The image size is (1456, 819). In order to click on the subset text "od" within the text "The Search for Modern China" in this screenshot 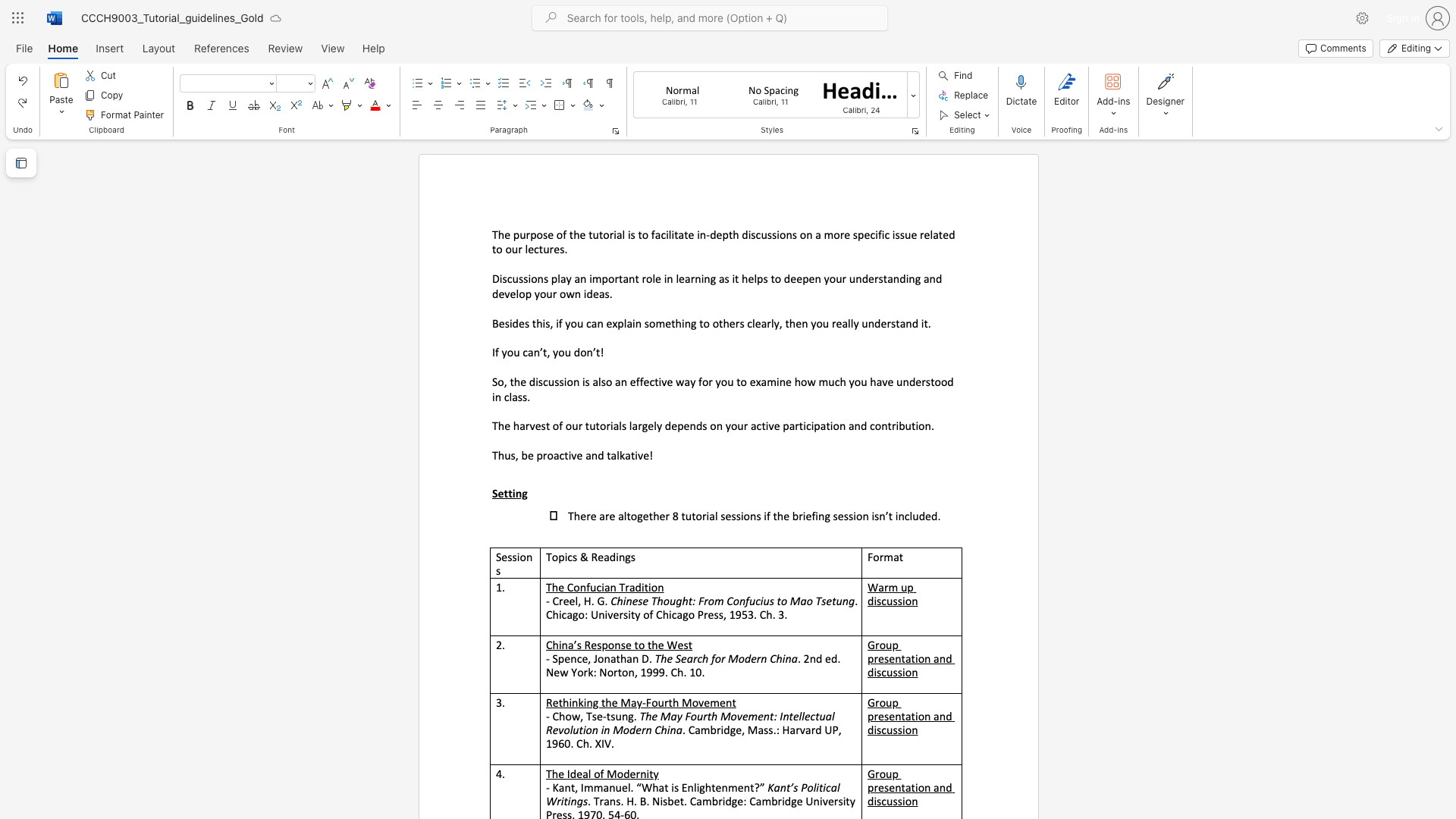, I will do `click(738, 657)`.